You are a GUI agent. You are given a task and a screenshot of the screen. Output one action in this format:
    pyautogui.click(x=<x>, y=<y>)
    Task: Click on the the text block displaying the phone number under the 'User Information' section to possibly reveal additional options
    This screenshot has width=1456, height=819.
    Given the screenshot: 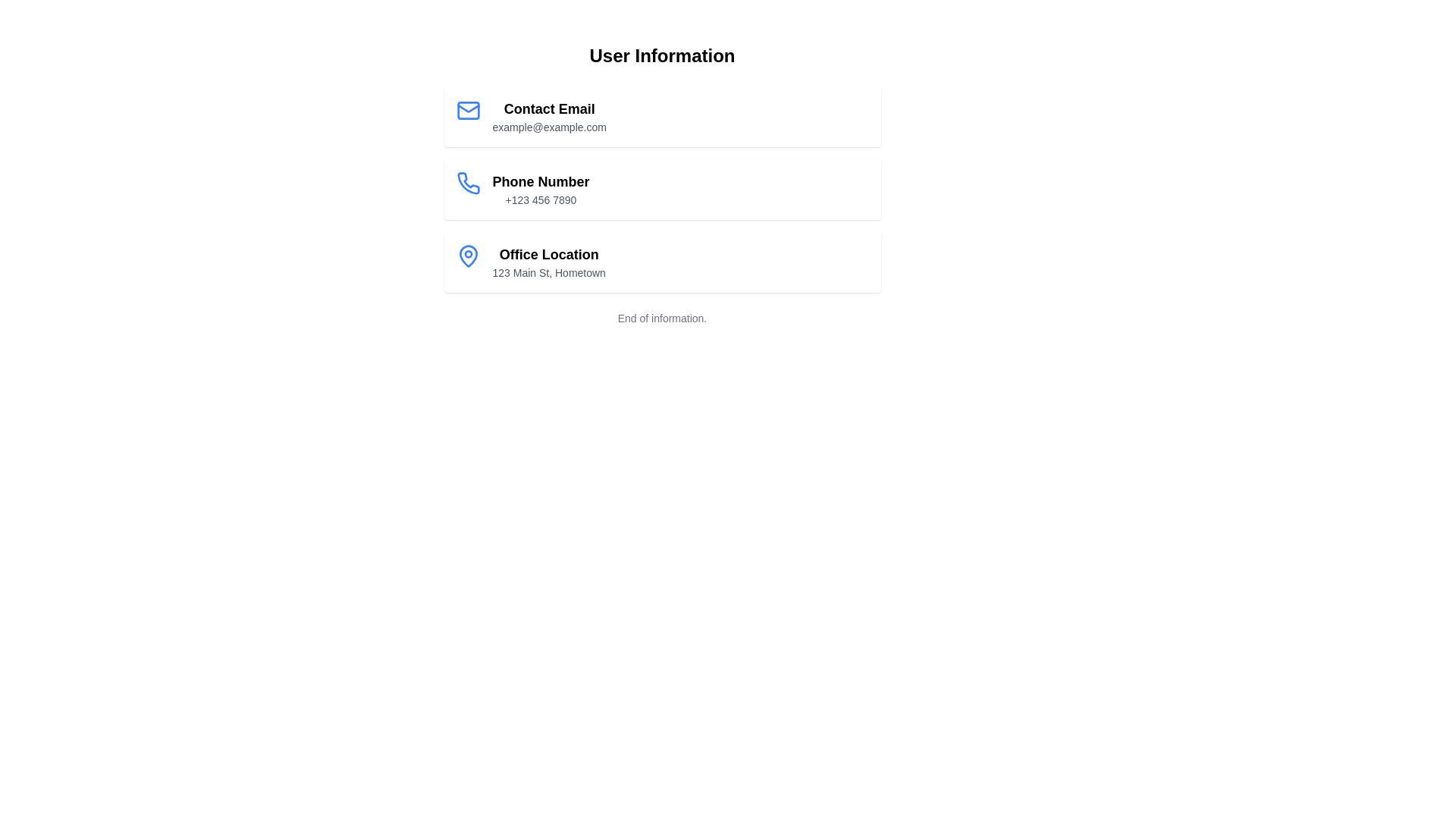 What is the action you would take?
    pyautogui.click(x=541, y=189)
    